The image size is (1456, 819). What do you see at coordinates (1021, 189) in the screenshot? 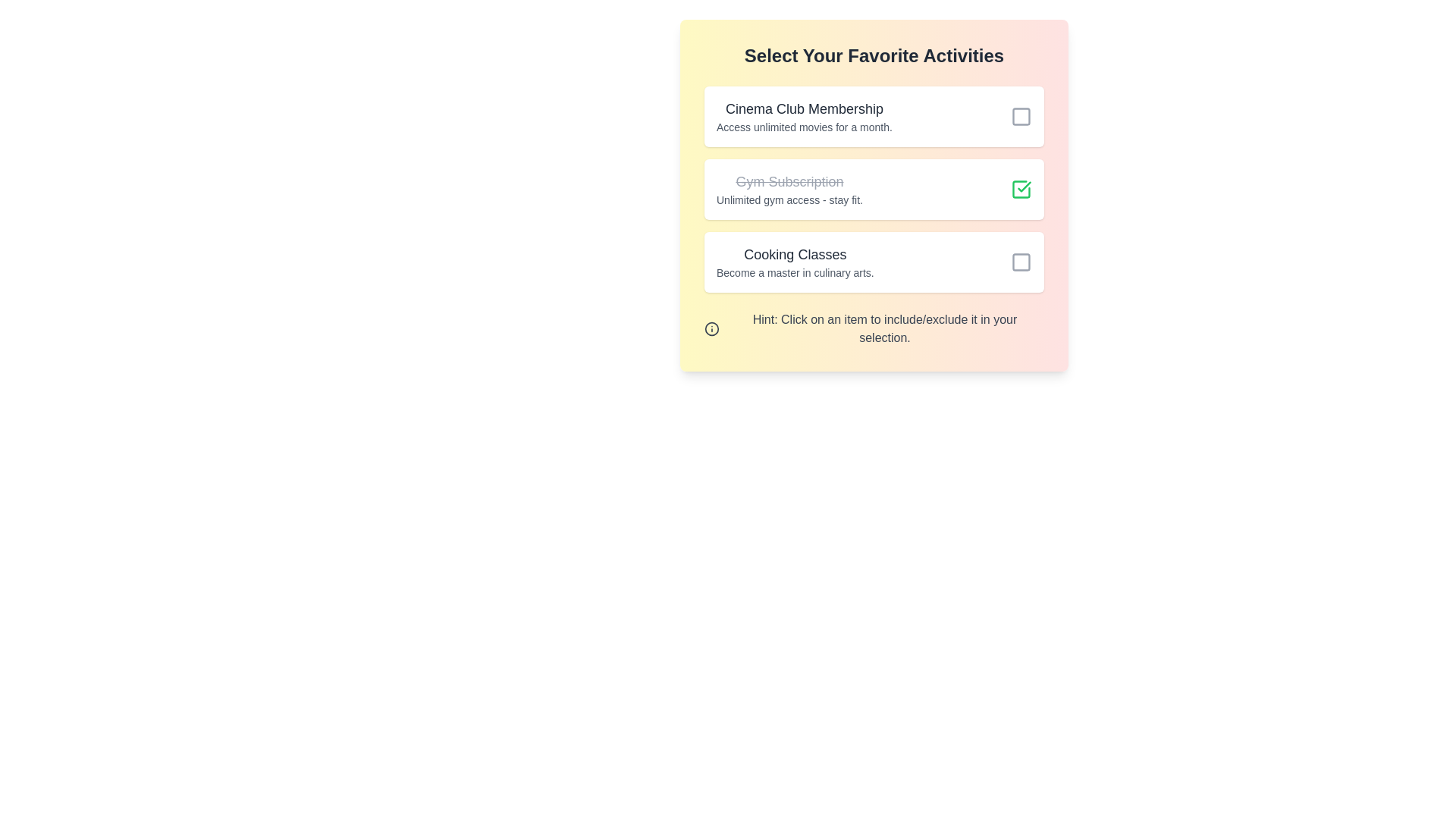
I see `the 'Gym Subscription' checkbox` at bounding box center [1021, 189].